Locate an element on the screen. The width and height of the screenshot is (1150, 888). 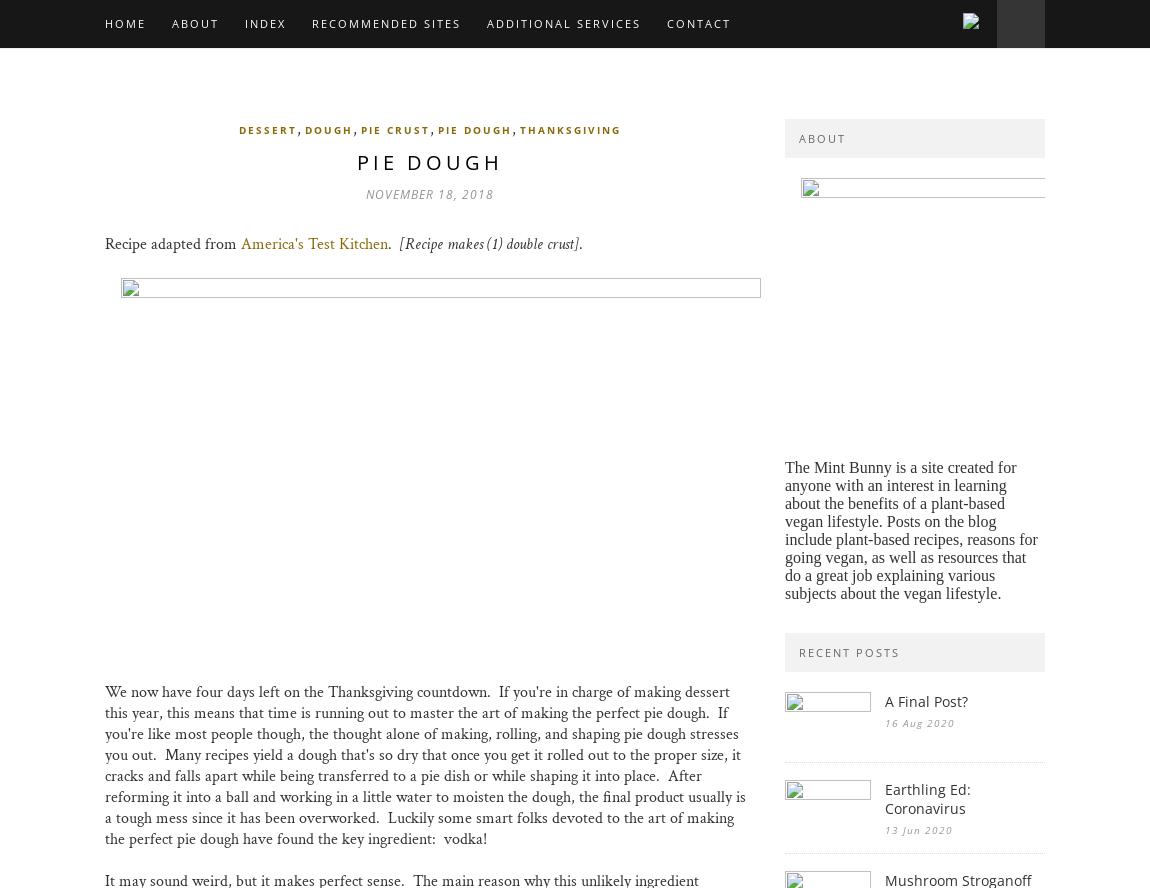
'A Final Post?' is located at coordinates (926, 701).